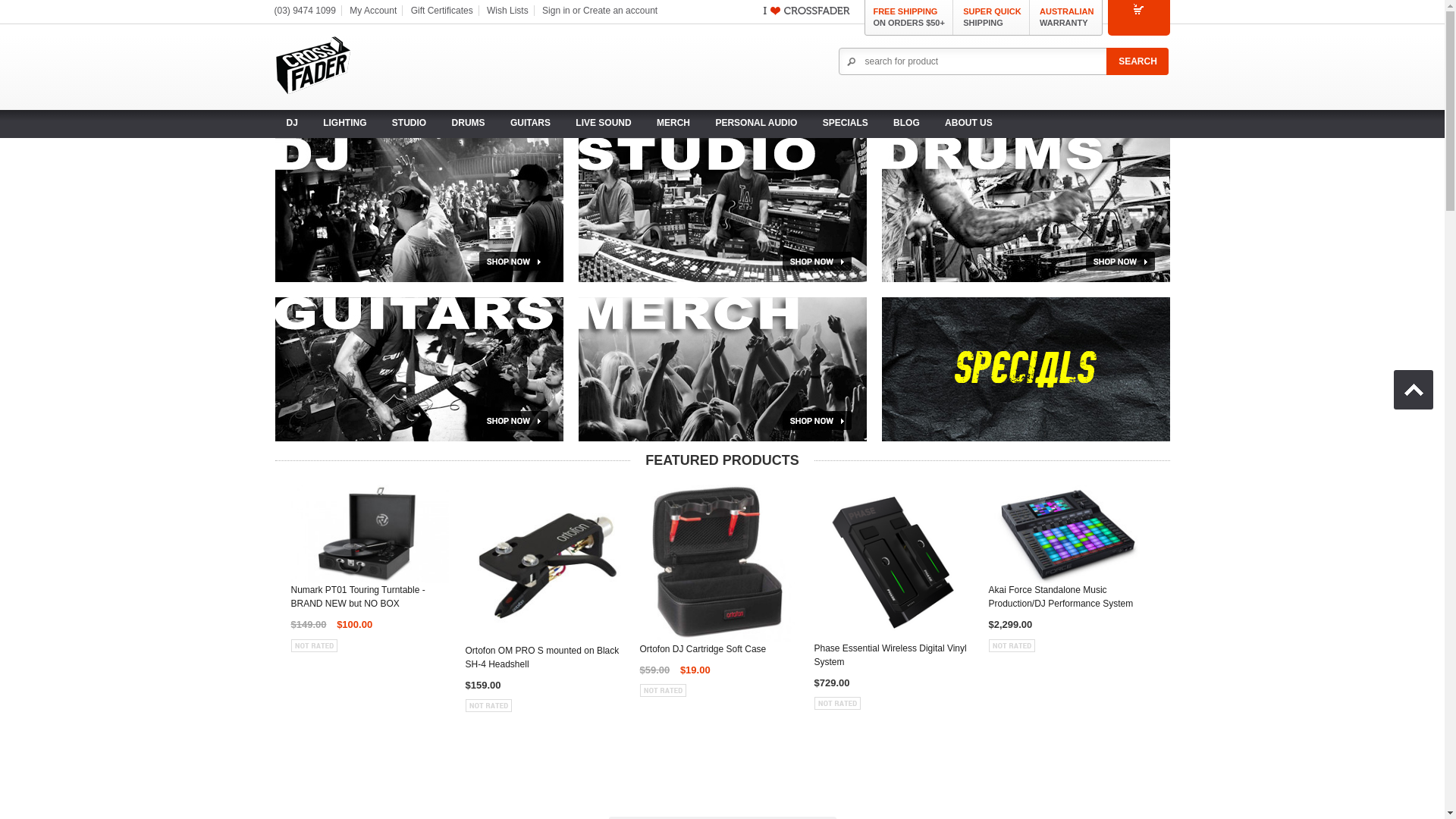 This screenshot has width=1456, height=819. Describe the element at coordinates (602, 122) in the screenshot. I see `'LIVE SOUND'` at that location.